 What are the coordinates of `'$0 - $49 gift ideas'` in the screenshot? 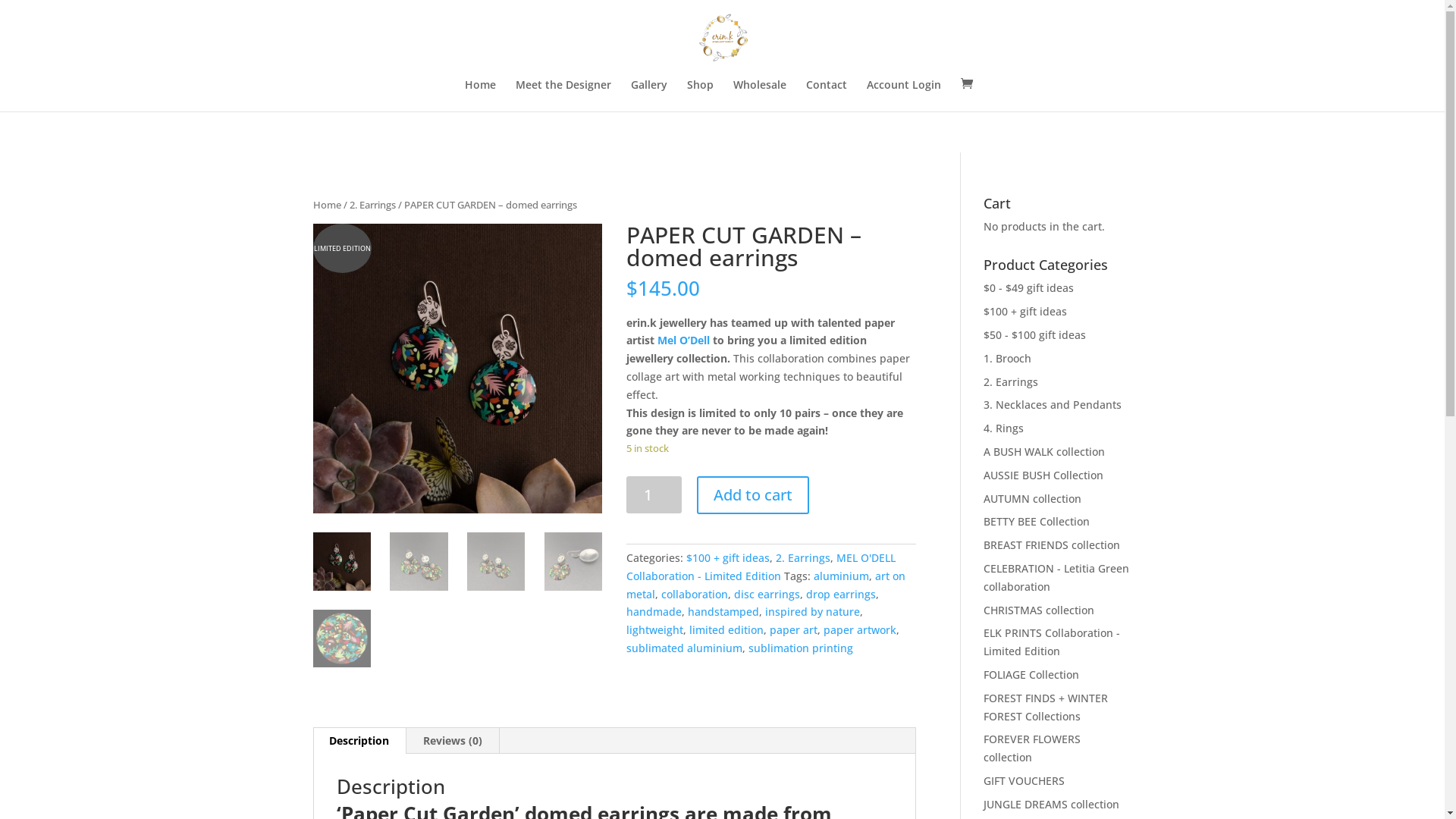 It's located at (1028, 287).